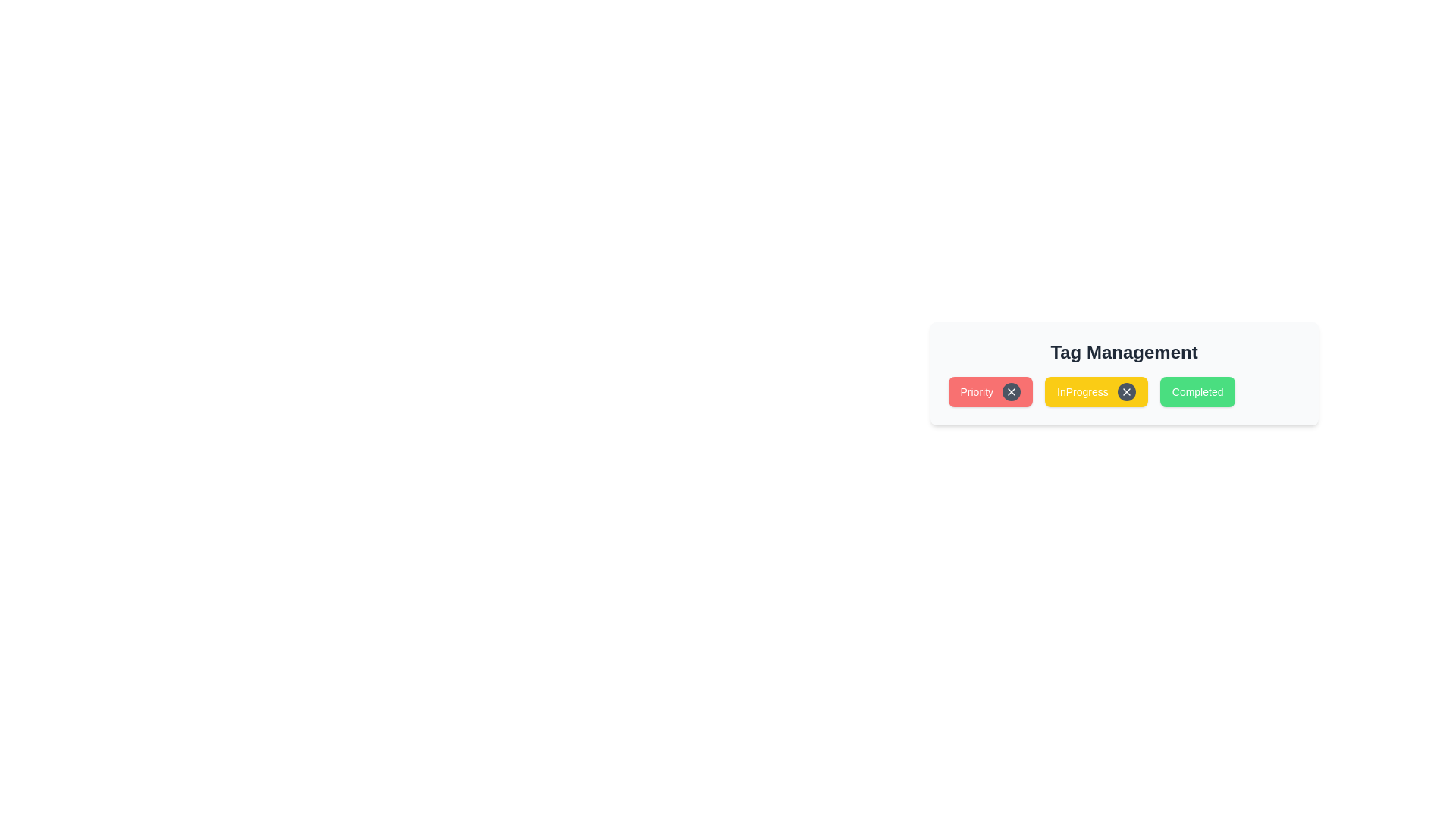  I want to click on the close button of the Priority tag, so click(1012, 391).